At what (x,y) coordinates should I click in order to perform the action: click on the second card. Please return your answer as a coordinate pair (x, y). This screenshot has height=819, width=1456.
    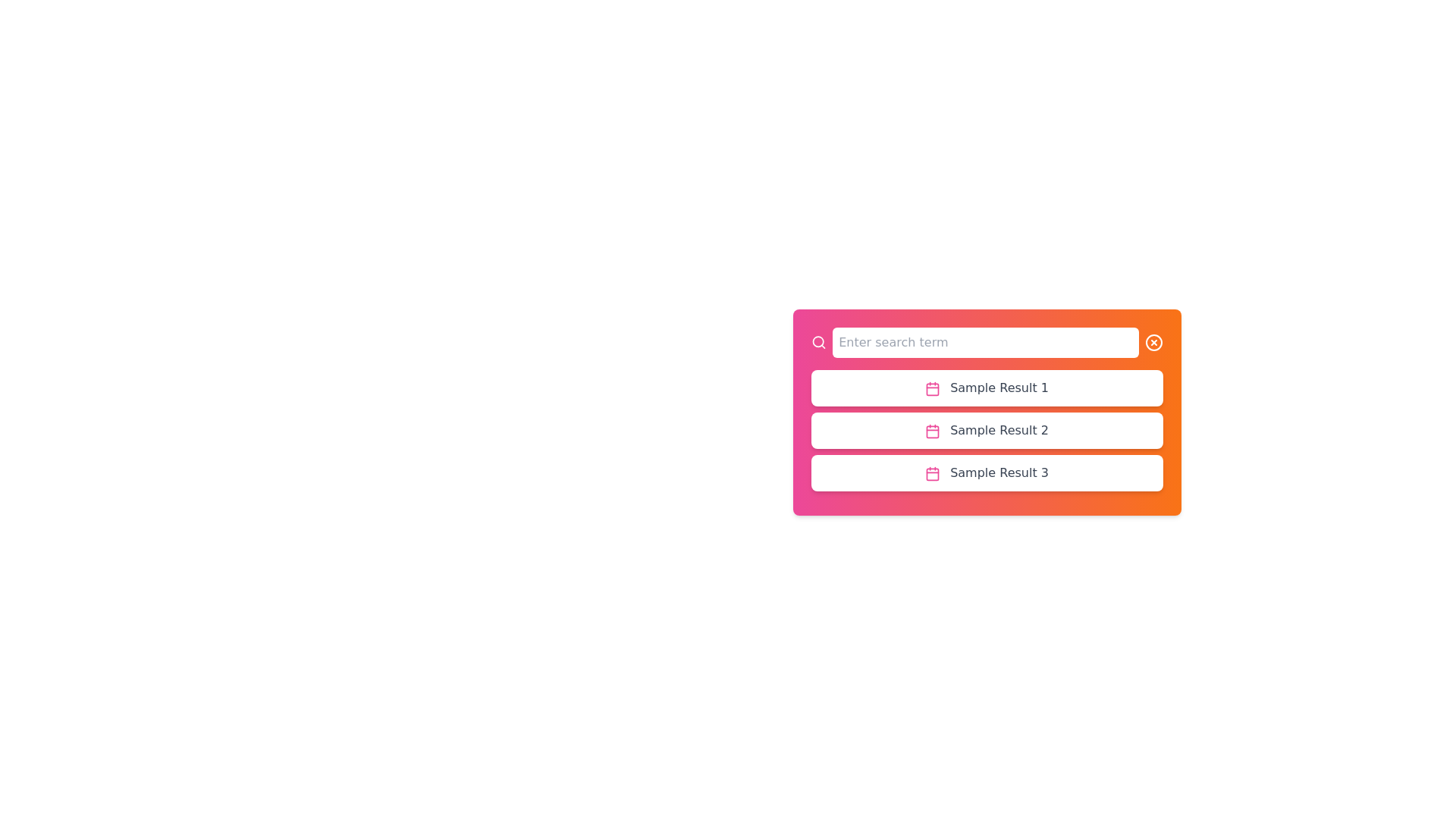
    Looking at the image, I should click on (987, 430).